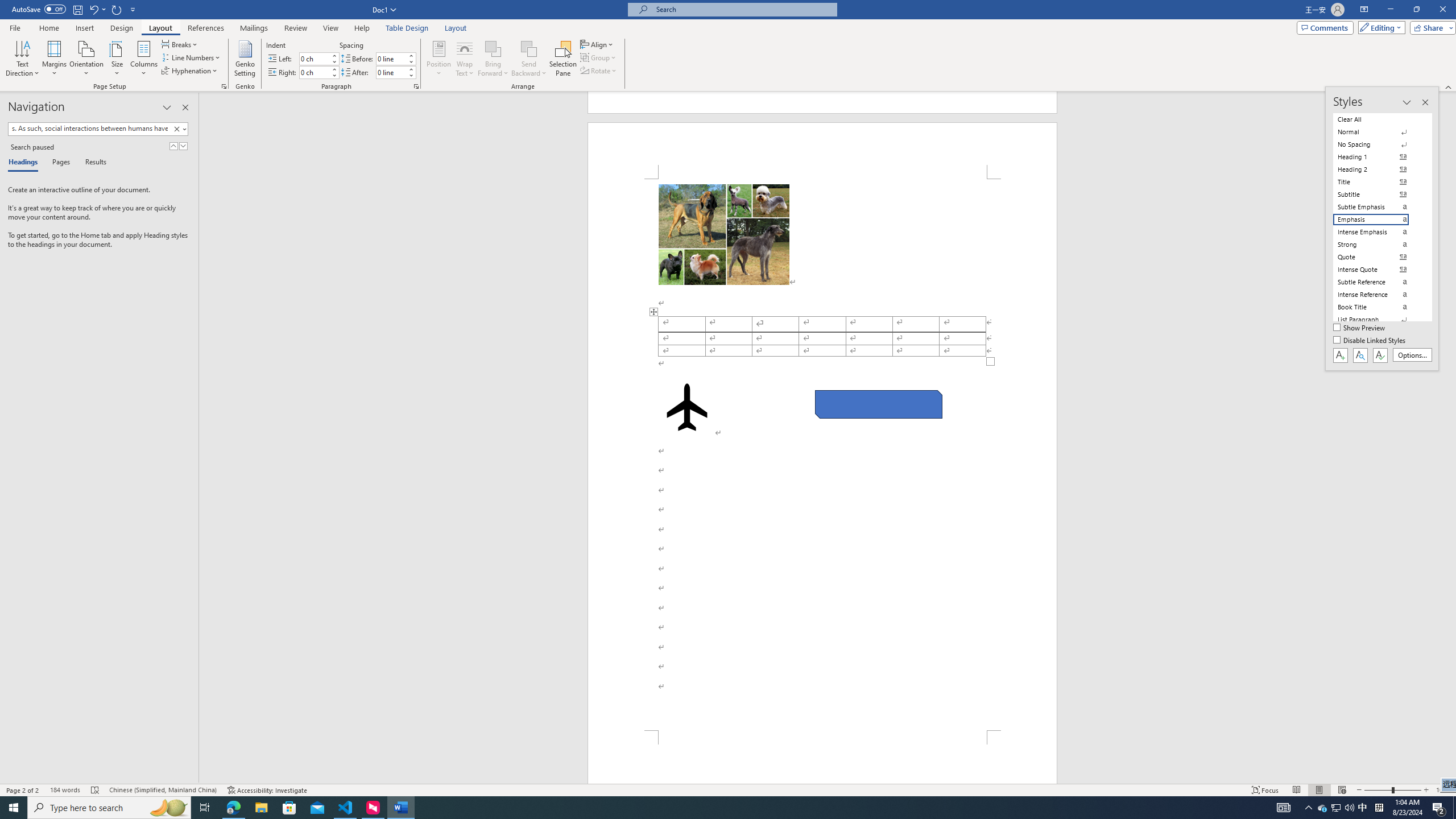 This screenshot has height=819, width=1456. I want to click on 'Bring Forward', so click(492, 48).